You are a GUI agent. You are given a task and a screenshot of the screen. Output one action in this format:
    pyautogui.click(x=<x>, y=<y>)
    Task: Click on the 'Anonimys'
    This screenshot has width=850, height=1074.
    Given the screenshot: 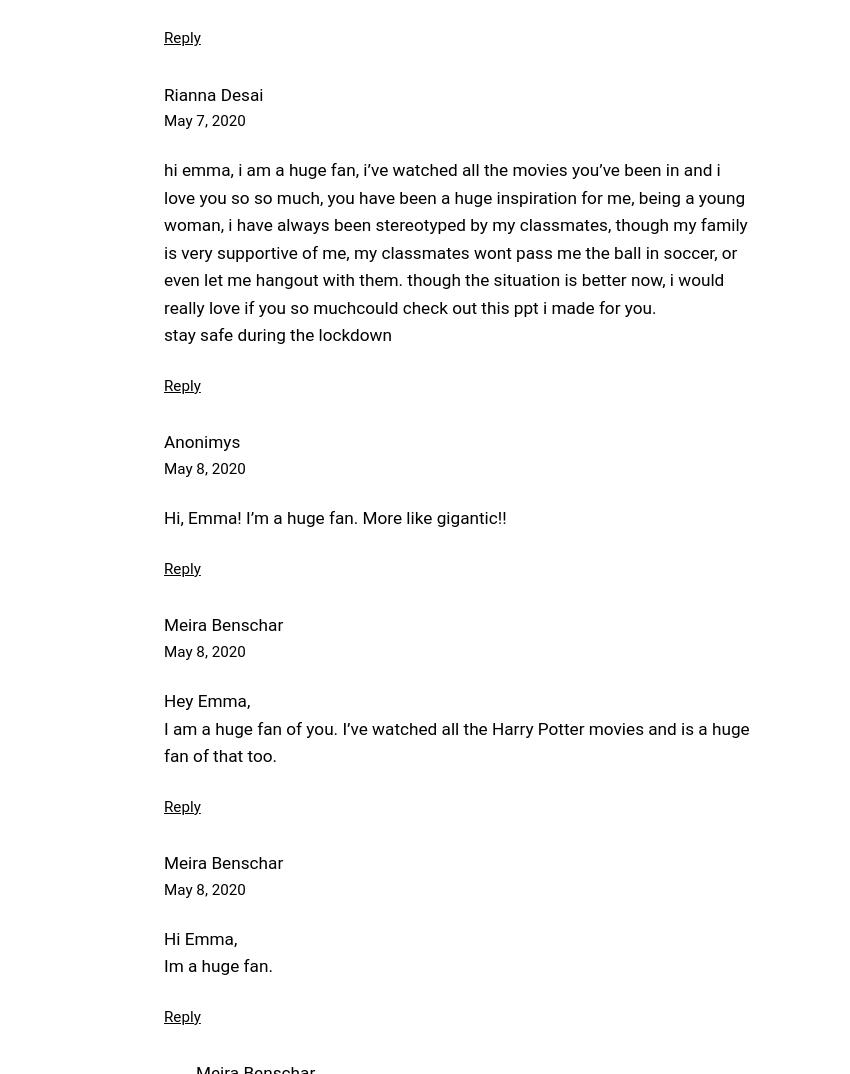 What is the action you would take?
    pyautogui.click(x=200, y=440)
    